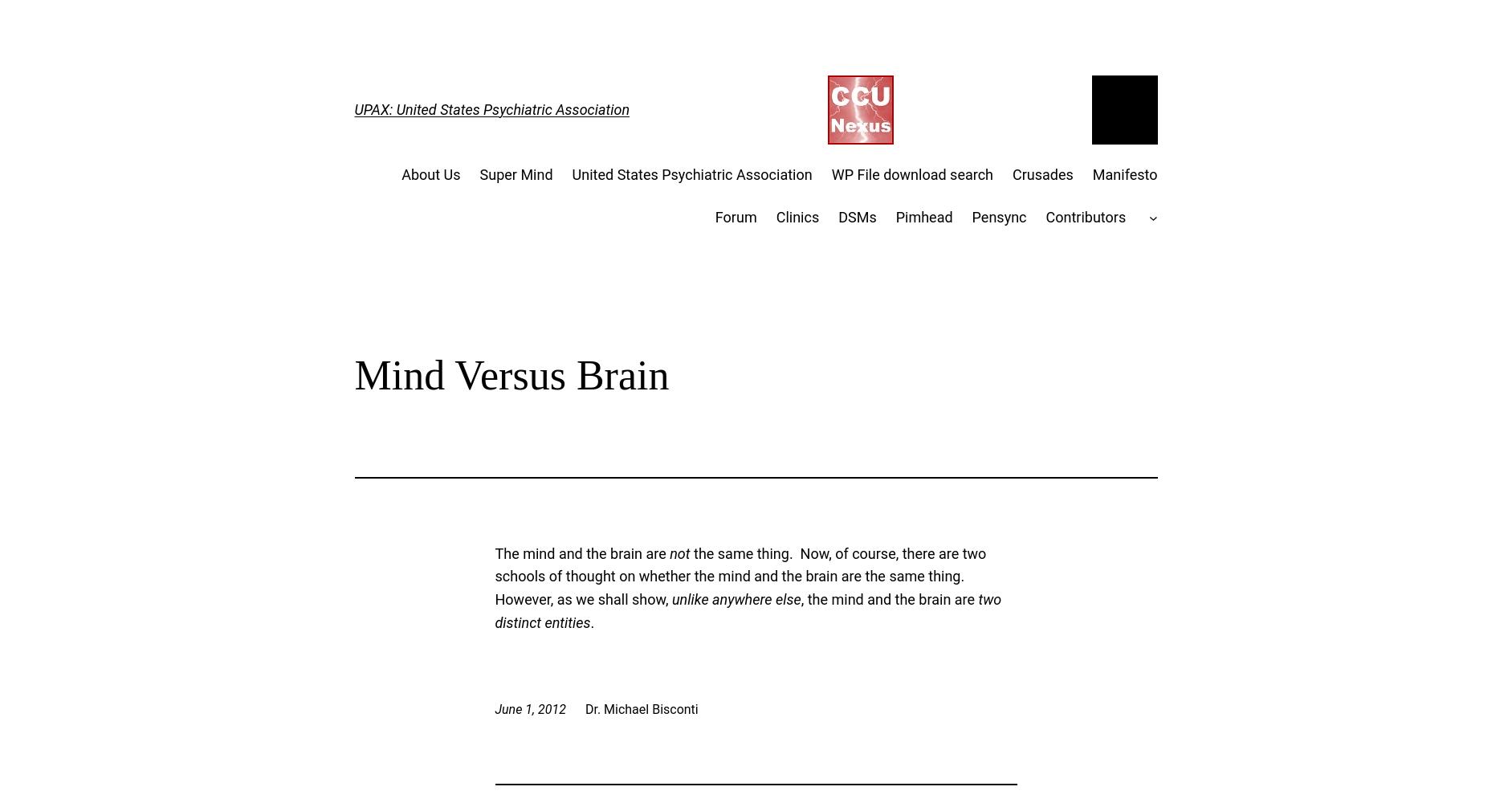 The width and height of the screenshot is (1512, 803). Describe the element at coordinates (923, 216) in the screenshot. I see `'Pimhead'` at that location.